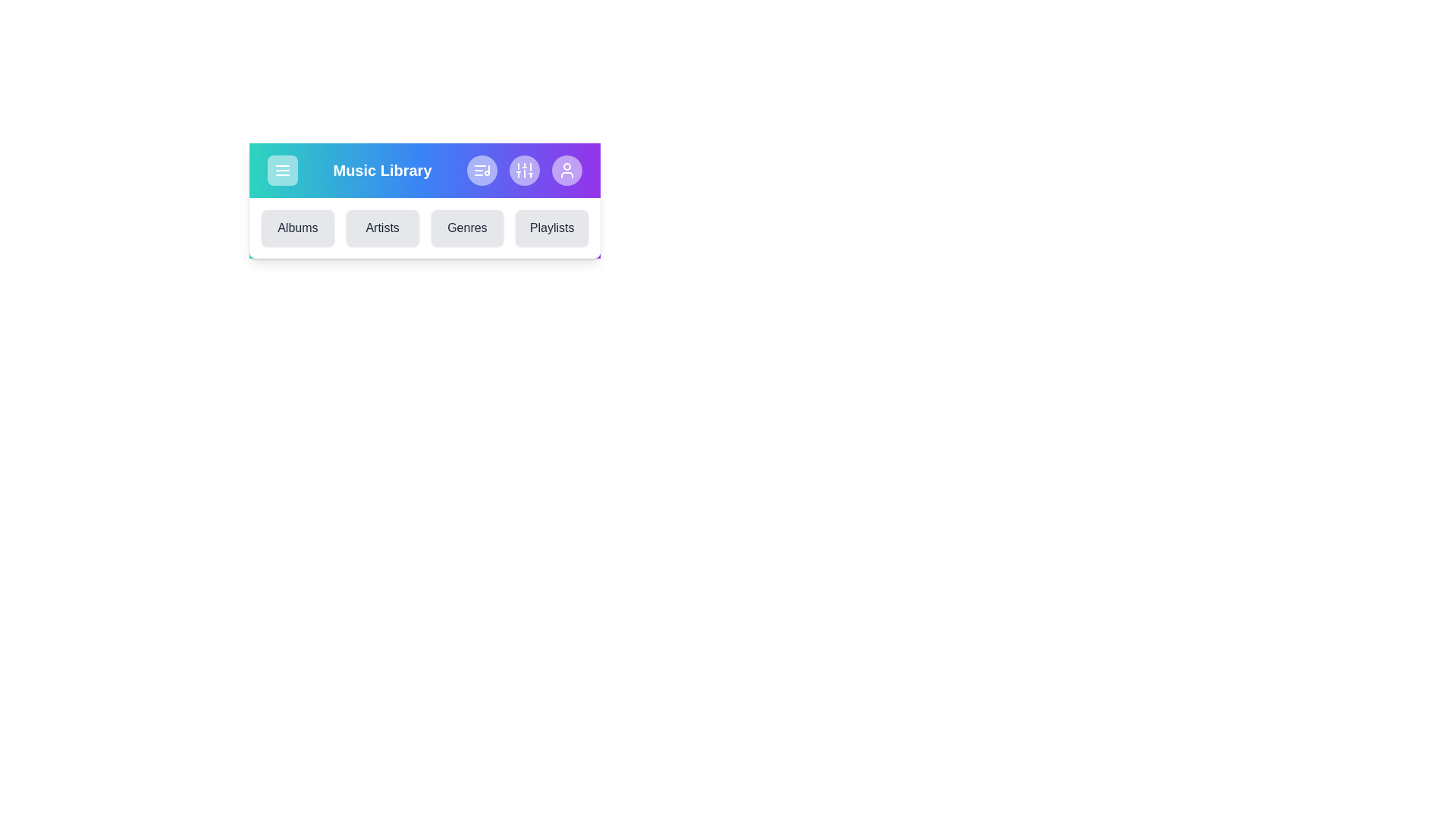  What do you see at coordinates (551, 227) in the screenshot?
I see `the section Playlists by clicking the respective button` at bounding box center [551, 227].